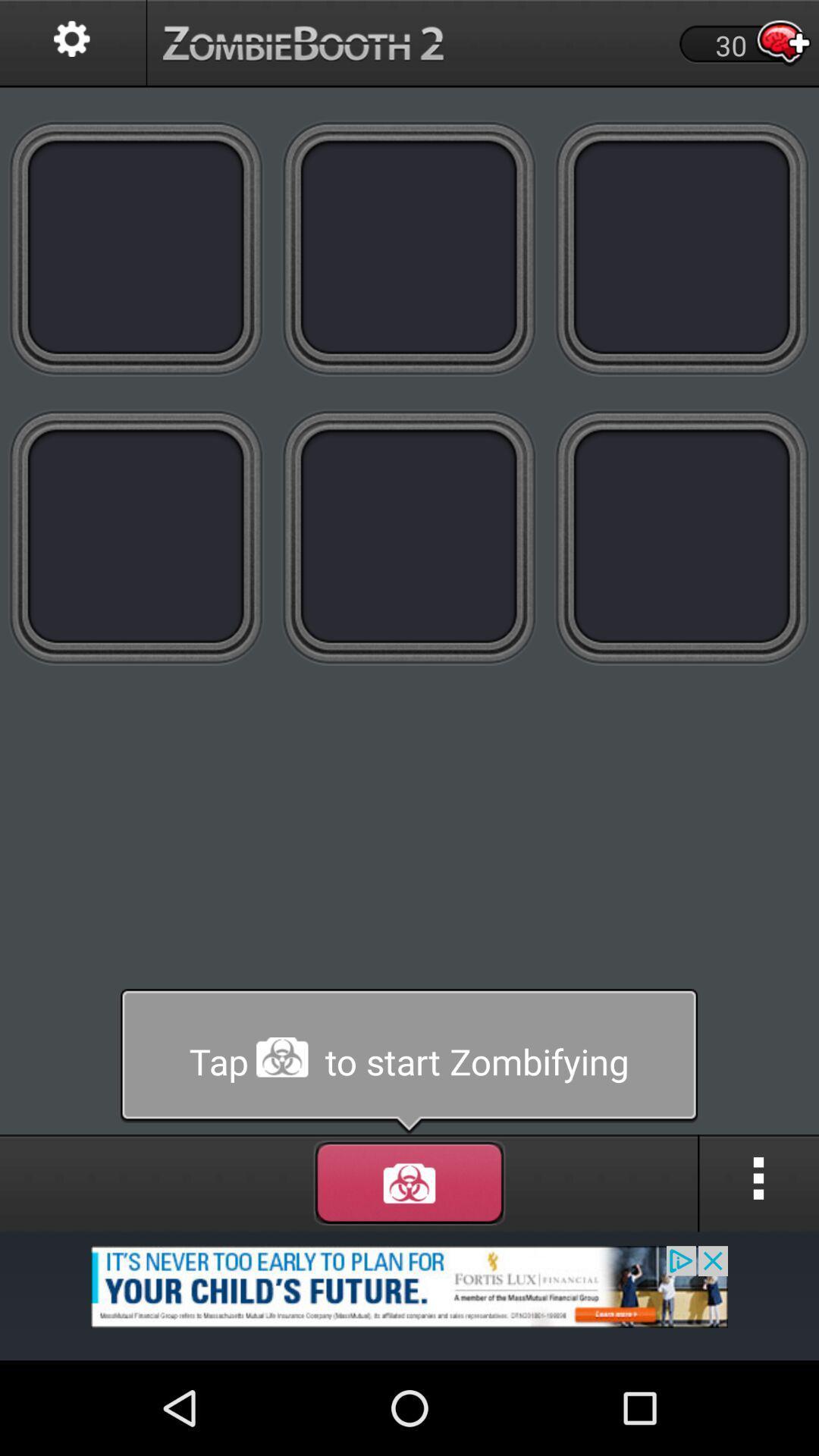 This screenshot has width=819, height=1456. I want to click on see picture, so click(409, 247).